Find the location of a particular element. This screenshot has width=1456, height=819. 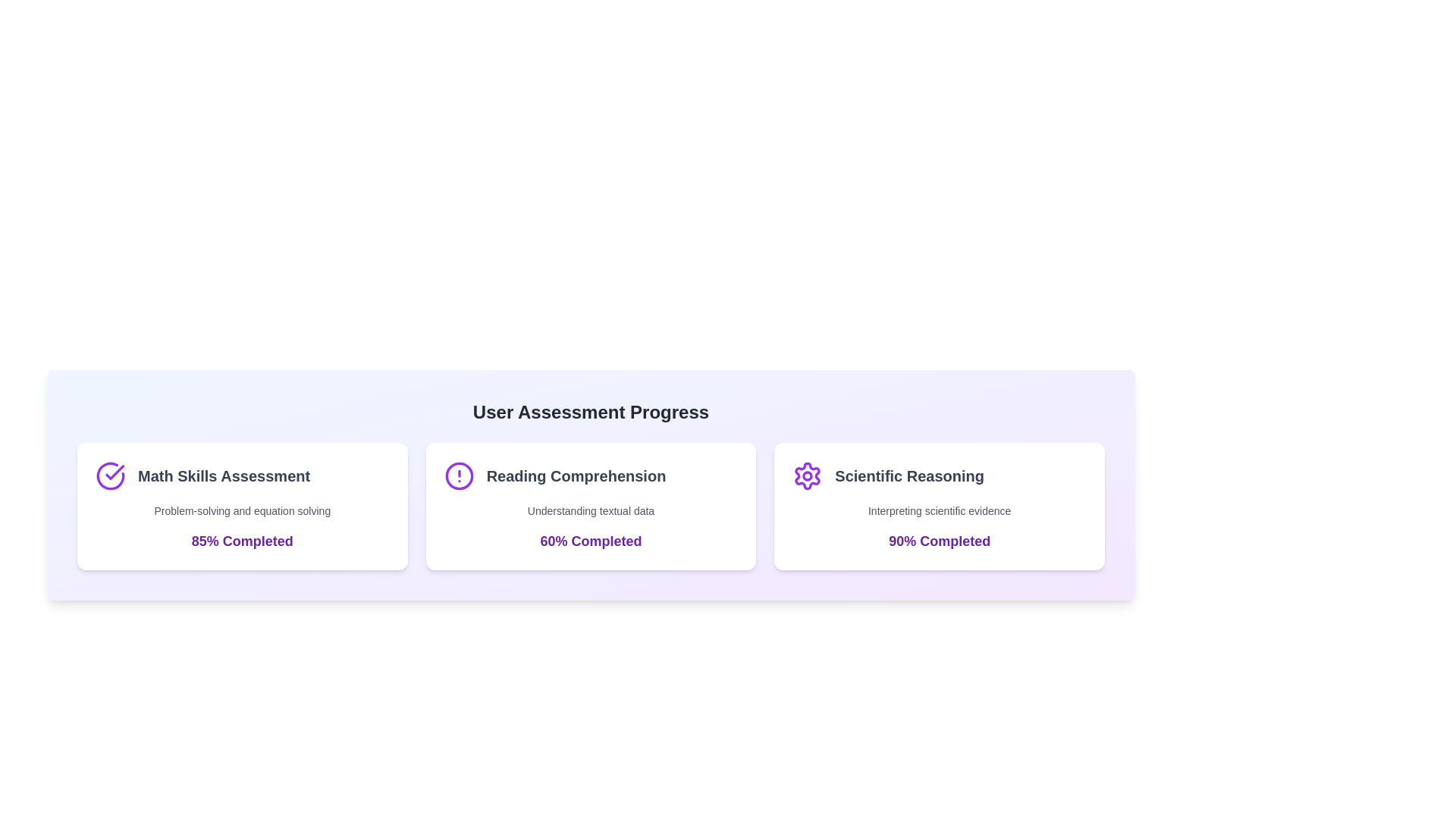

the 'Scientific Reasoning' text label, which is the third title under 'User Assessment Progress' and is positioned to the right of 'Reading Comprehension' is located at coordinates (909, 475).